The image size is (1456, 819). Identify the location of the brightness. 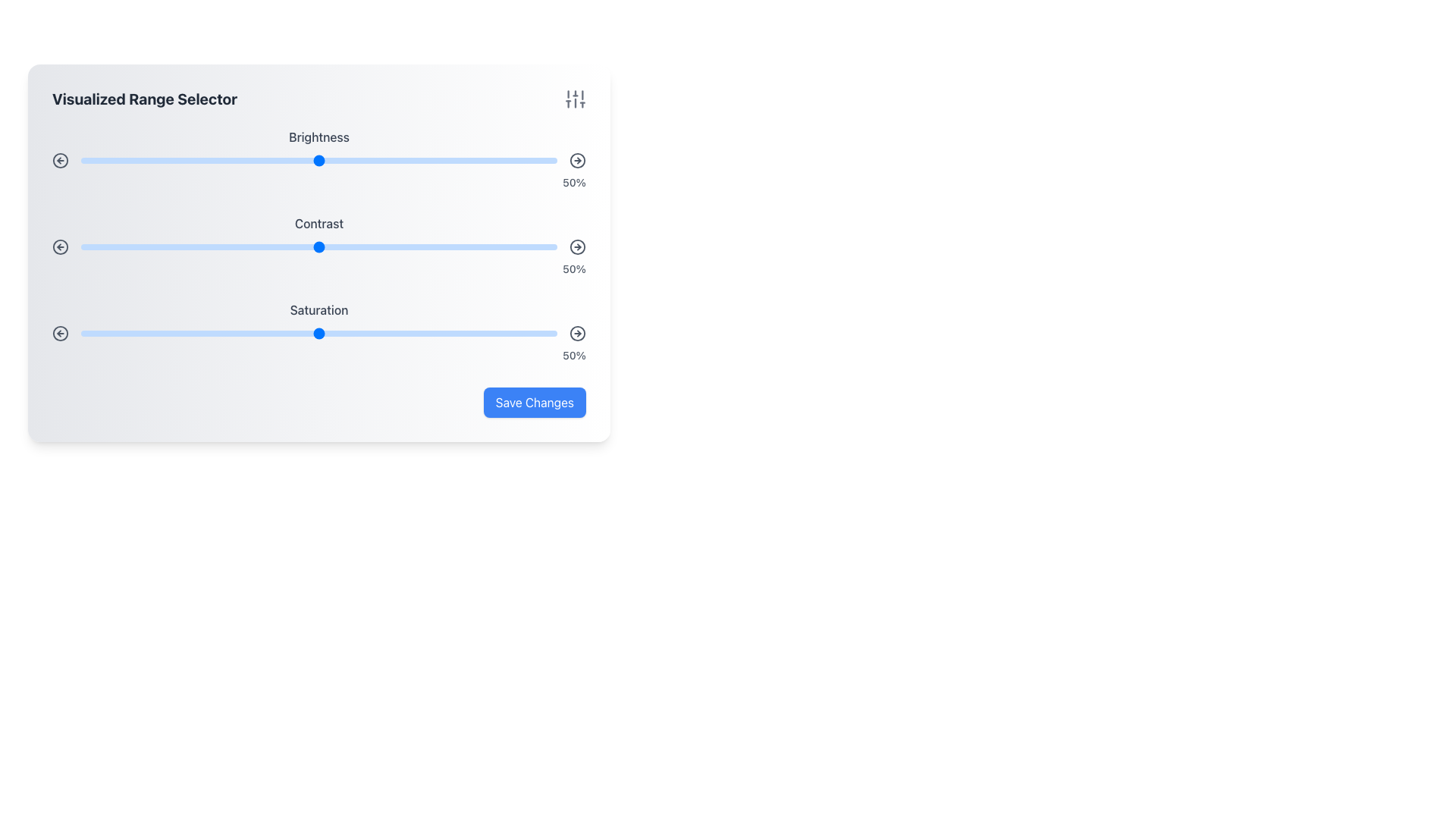
(495, 161).